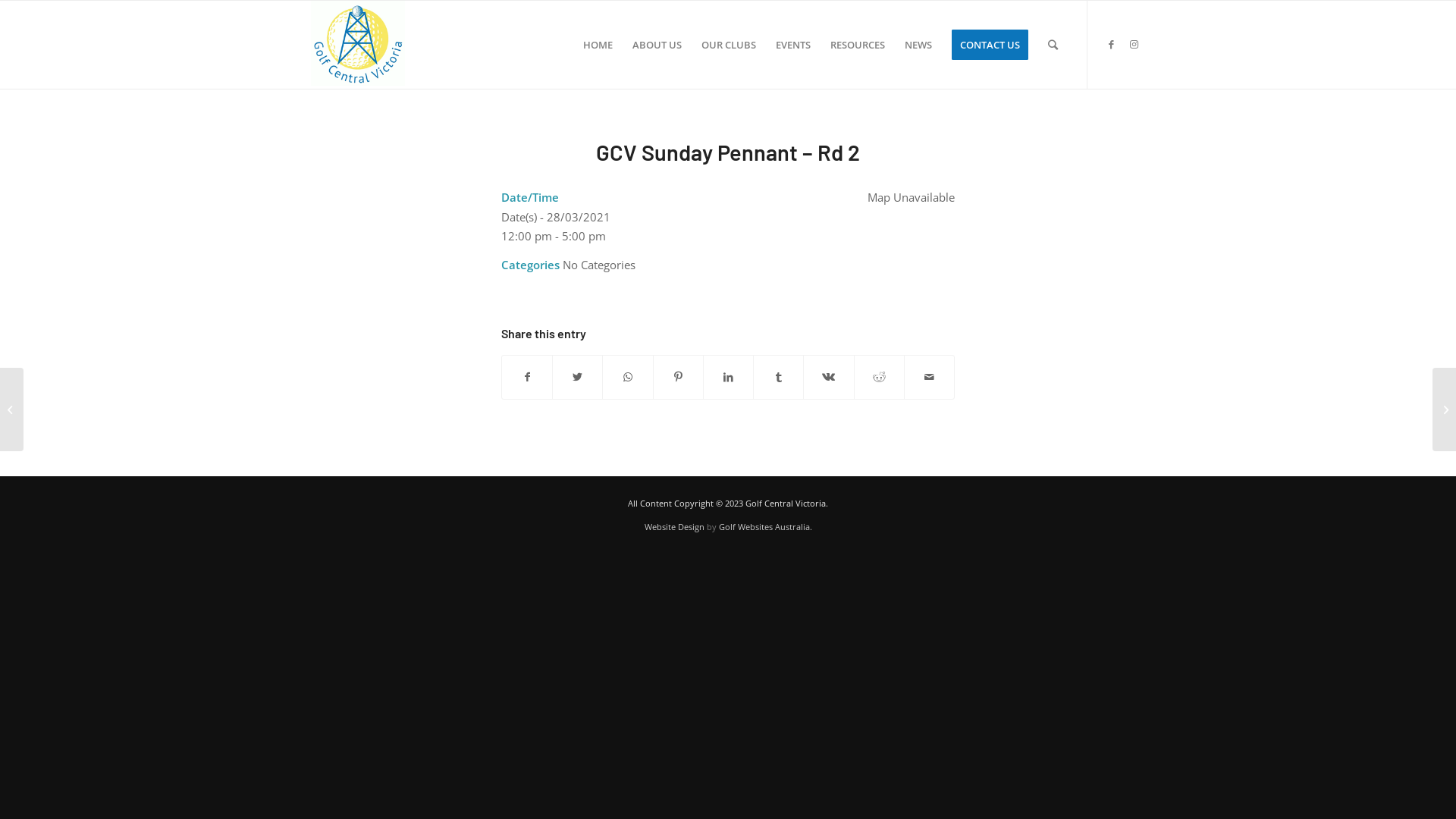  Describe the element at coordinates (990, 43) in the screenshot. I see `'CONTACT US'` at that location.